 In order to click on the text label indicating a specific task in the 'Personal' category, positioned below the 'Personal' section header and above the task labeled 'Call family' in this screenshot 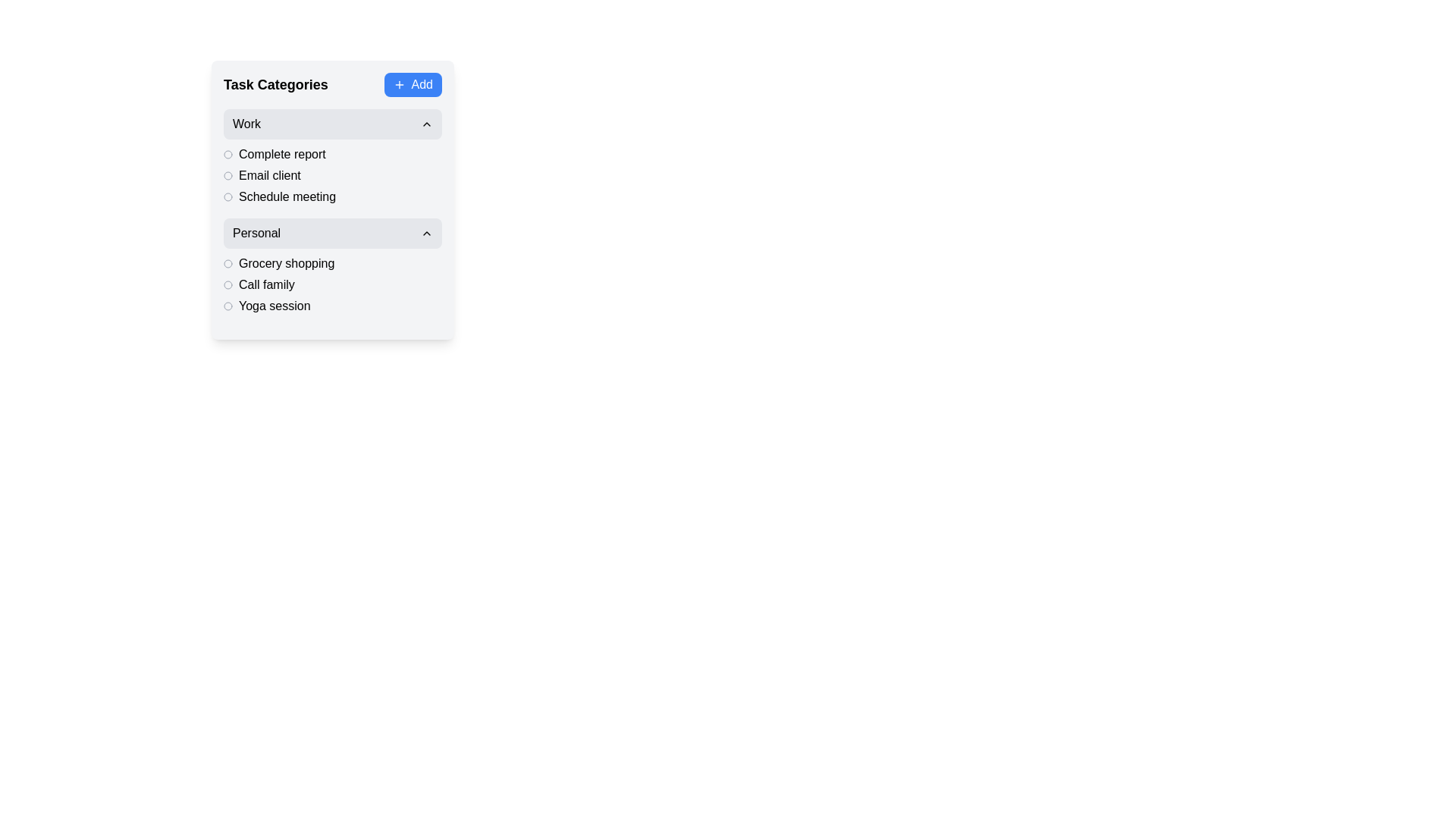, I will do `click(287, 262)`.